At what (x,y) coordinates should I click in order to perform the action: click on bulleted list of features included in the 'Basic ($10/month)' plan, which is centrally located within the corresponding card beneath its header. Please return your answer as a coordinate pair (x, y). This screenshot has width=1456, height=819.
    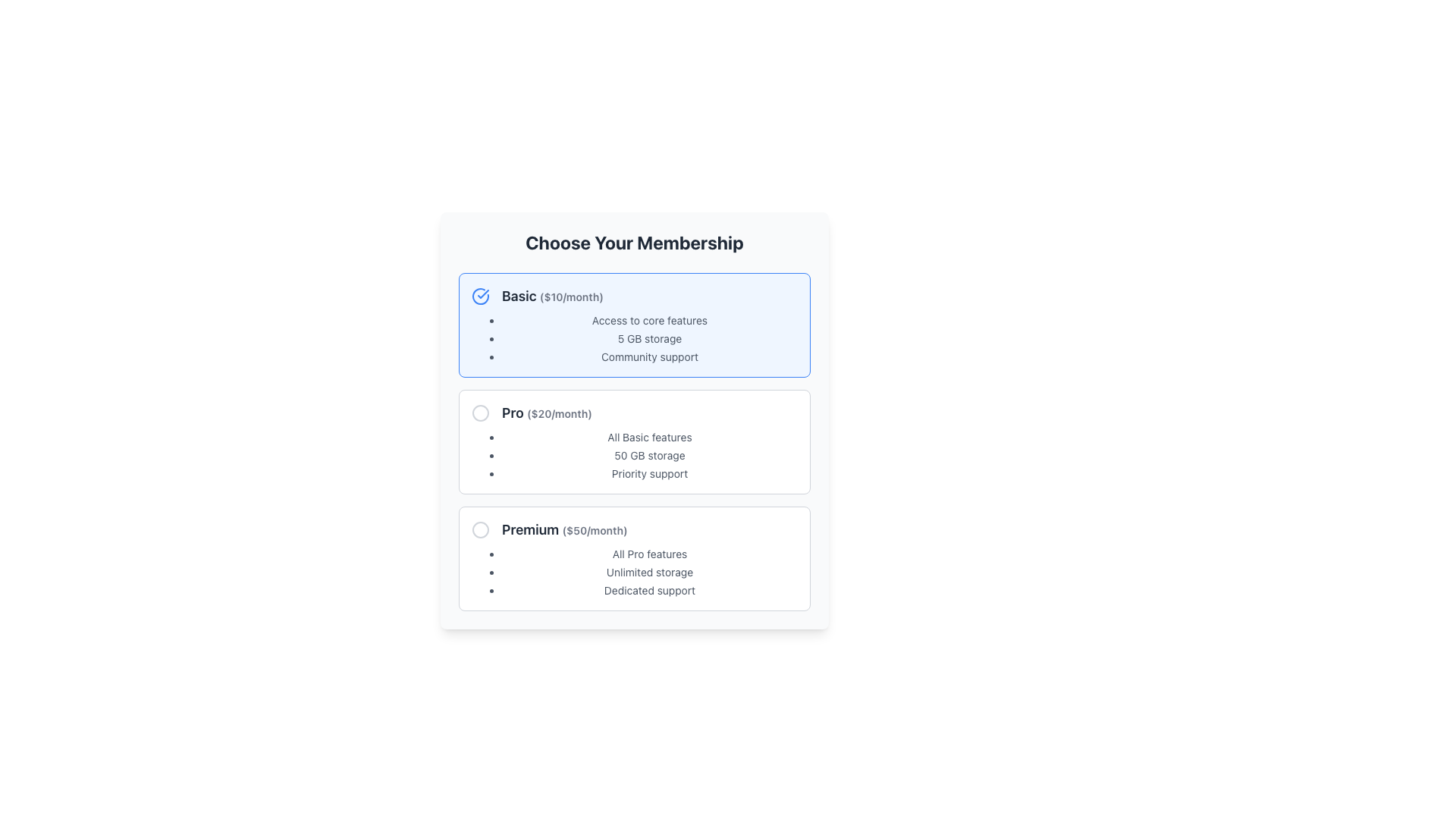
    Looking at the image, I should click on (634, 338).